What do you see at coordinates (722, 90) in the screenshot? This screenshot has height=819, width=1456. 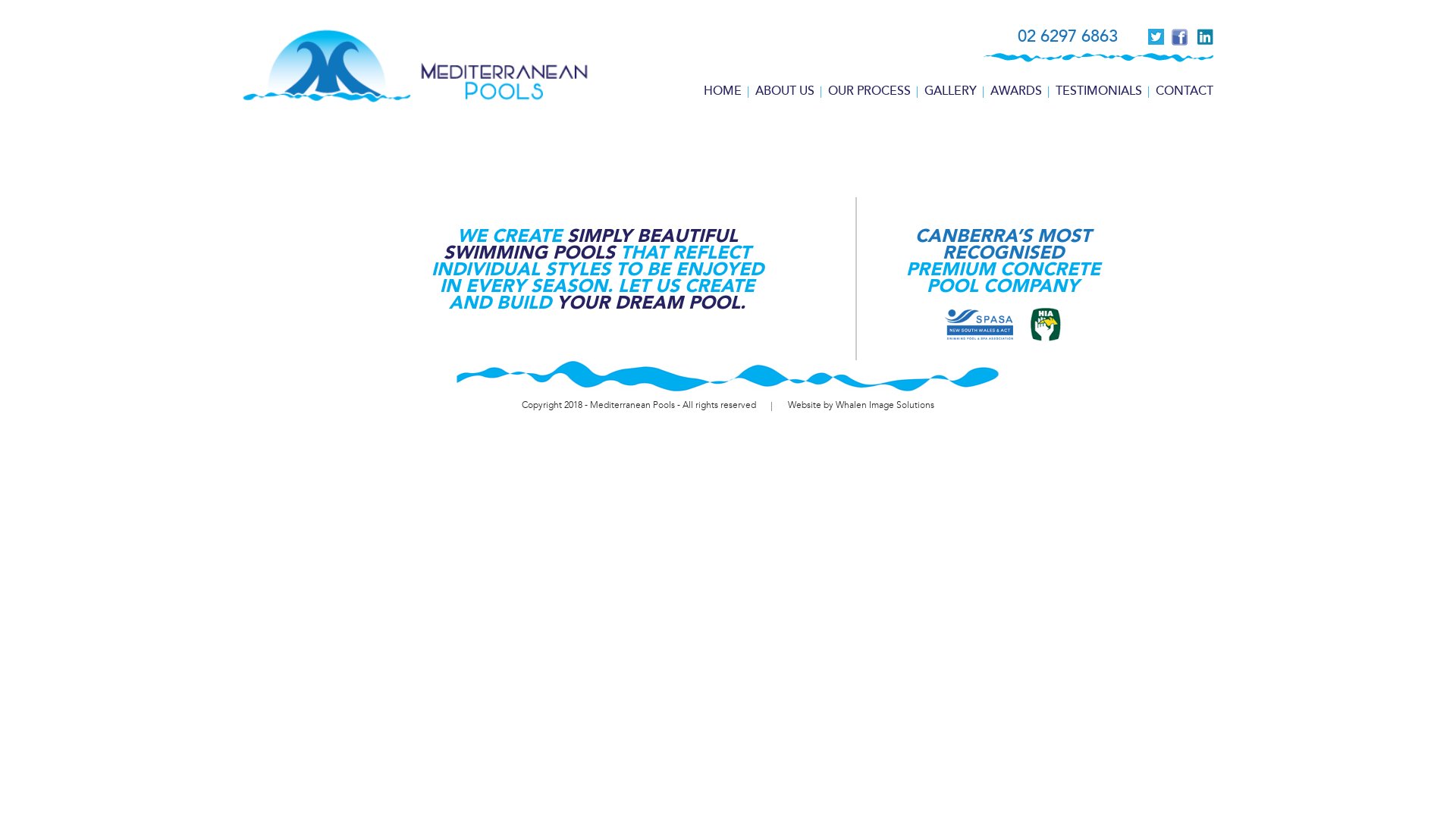 I see `'HOME'` at bounding box center [722, 90].